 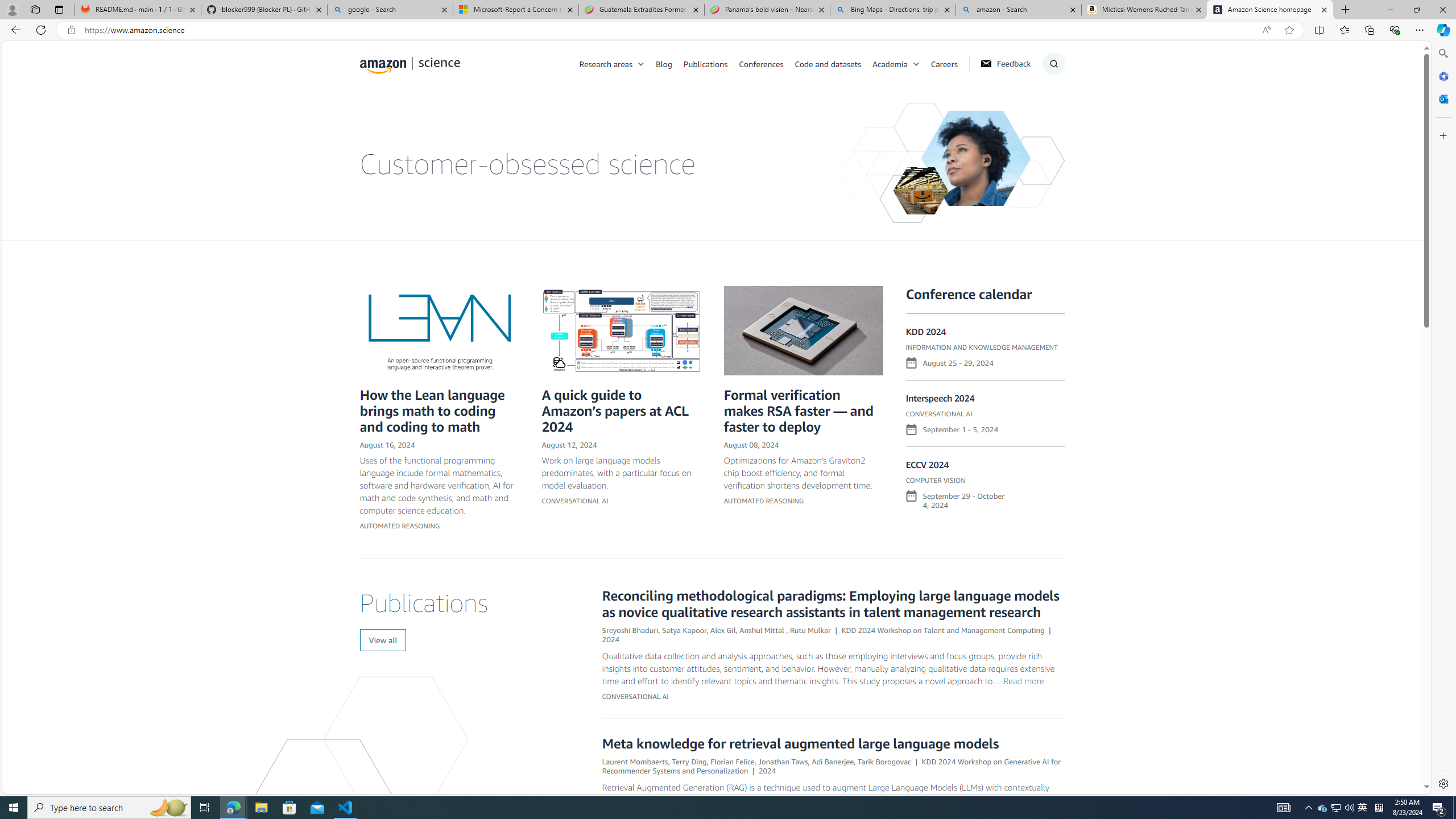 I want to click on 'Class: chevron', so click(x=916, y=66).